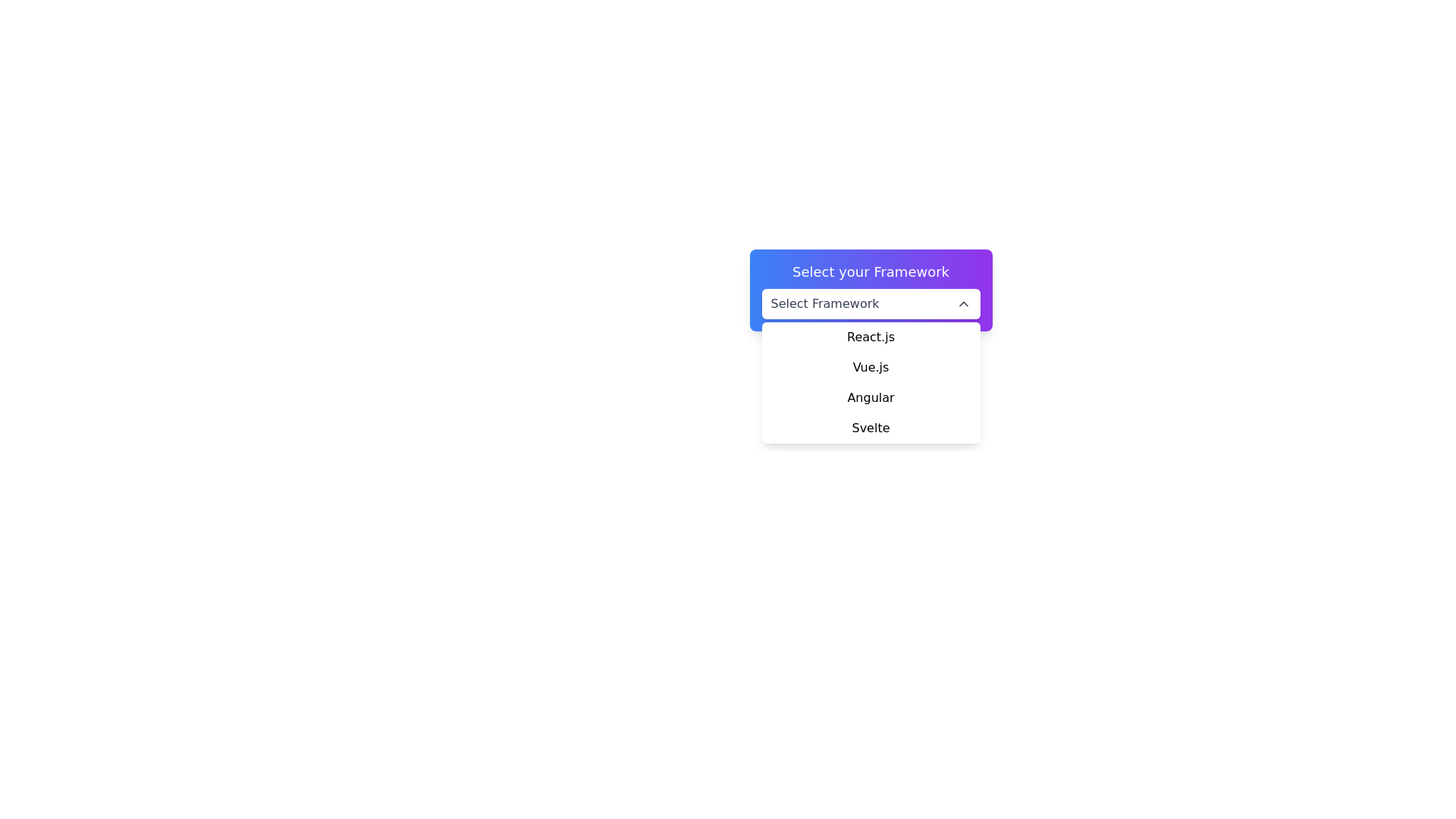  Describe the element at coordinates (871, 428) in the screenshot. I see `the fourth option in the 'Select your Framework' dropdown menu, which selects 'Svelte' as the chosen framework for potential visual feedback` at that location.